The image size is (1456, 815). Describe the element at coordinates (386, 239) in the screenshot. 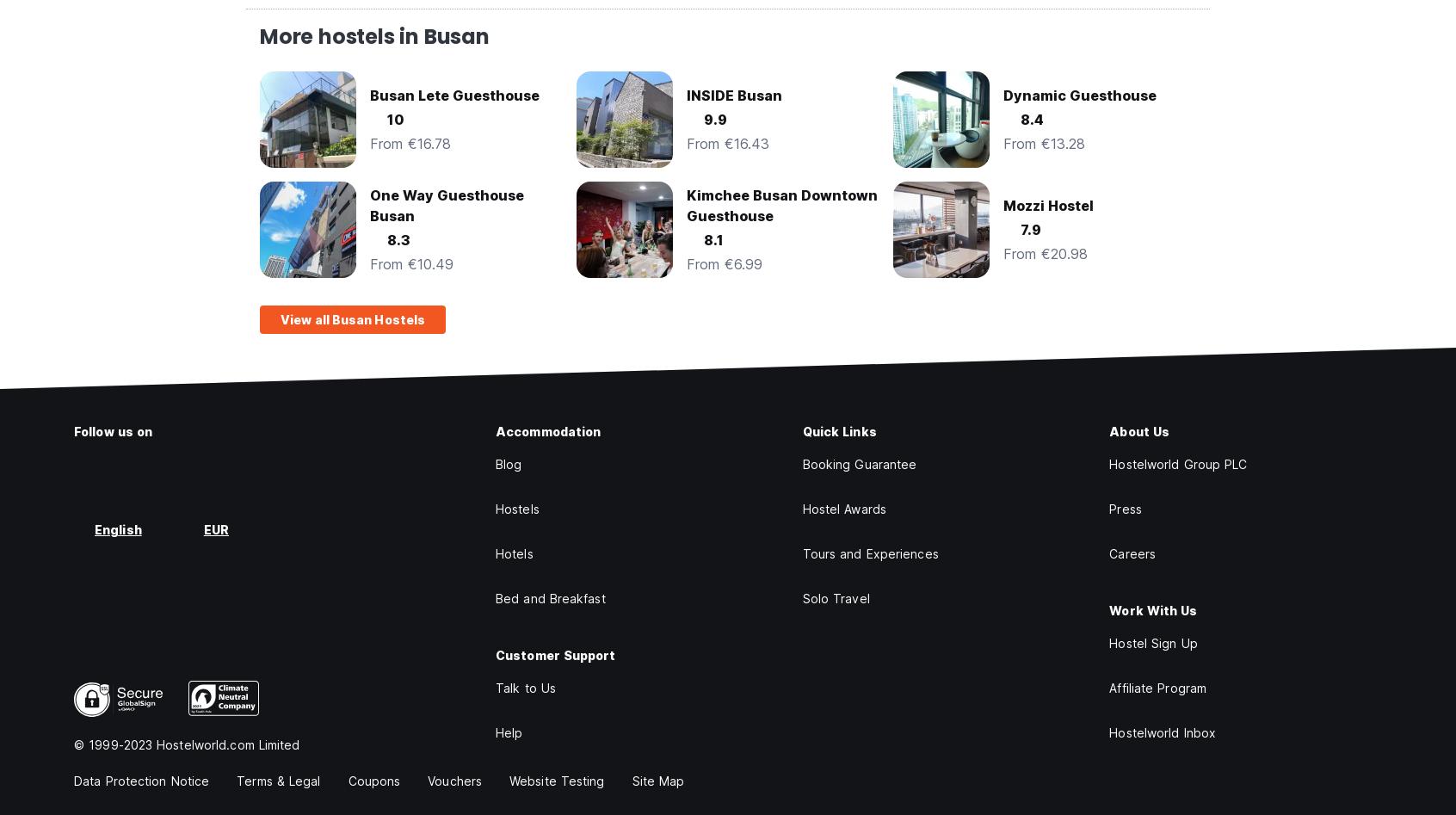

I see `'8.3'` at that location.